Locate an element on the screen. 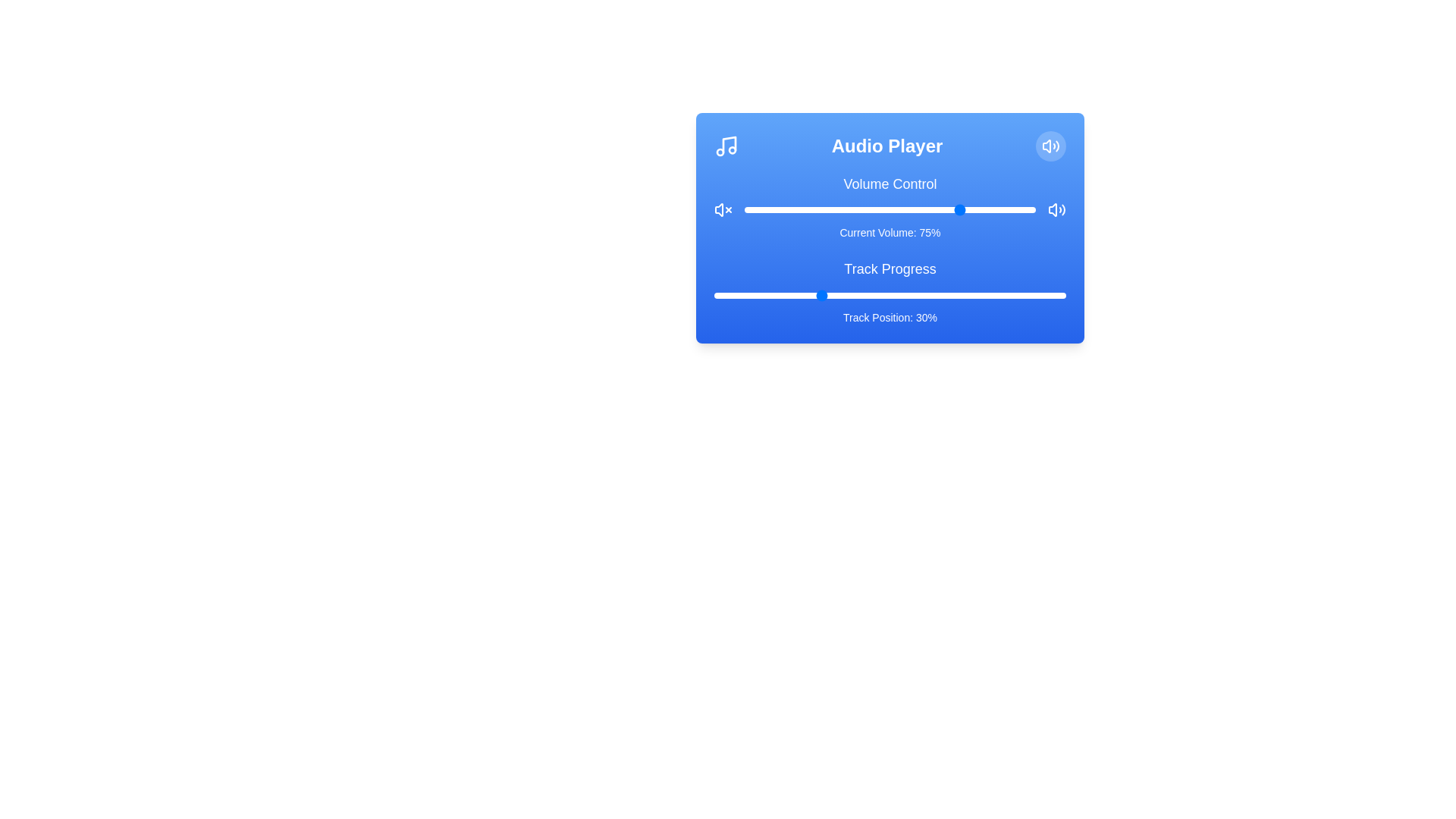 This screenshot has width=1456, height=819. volume is located at coordinates (817, 207).